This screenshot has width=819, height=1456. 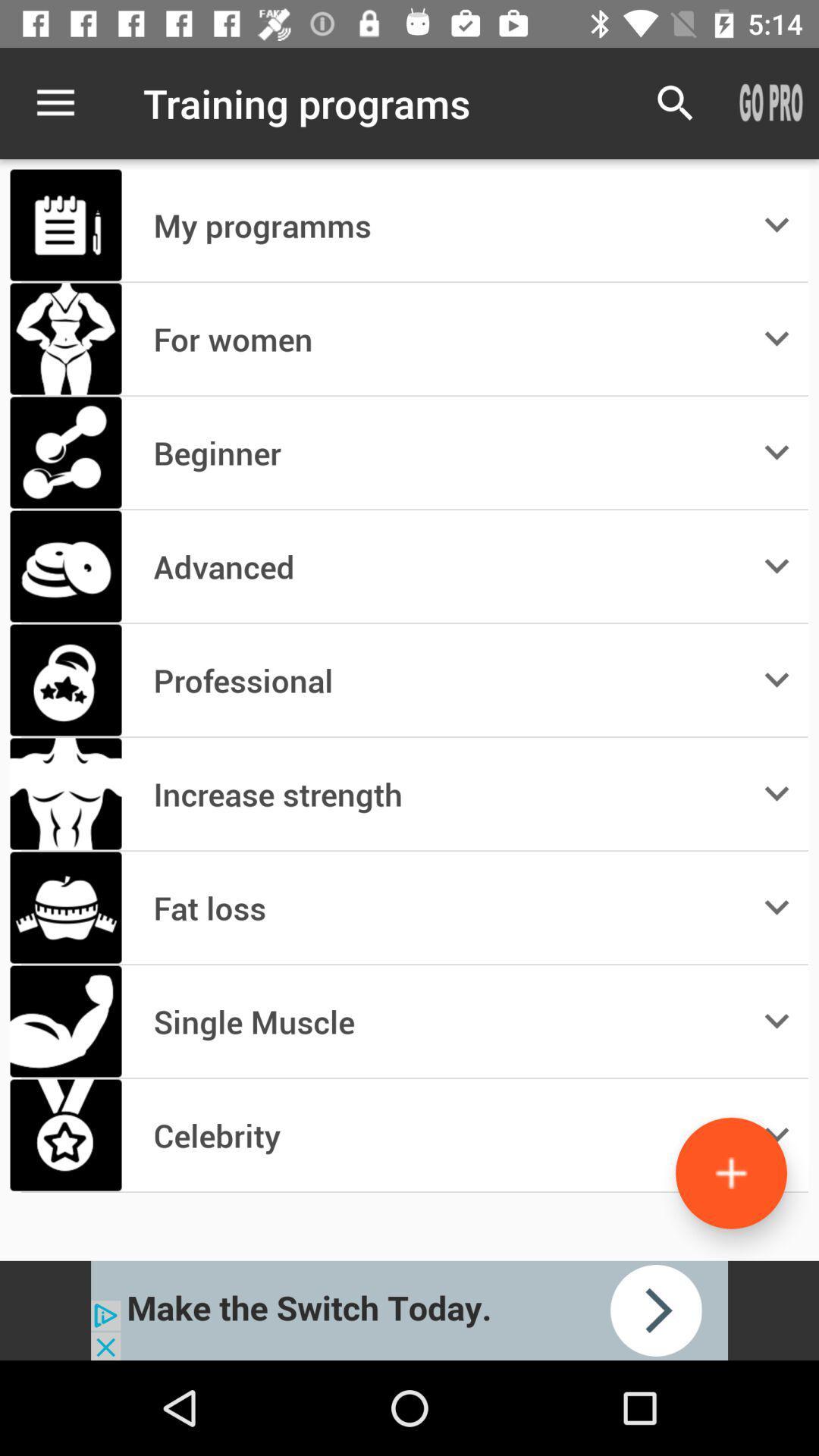 What do you see at coordinates (730, 1172) in the screenshot?
I see `the add icon` at bounding box center [730, 1172].